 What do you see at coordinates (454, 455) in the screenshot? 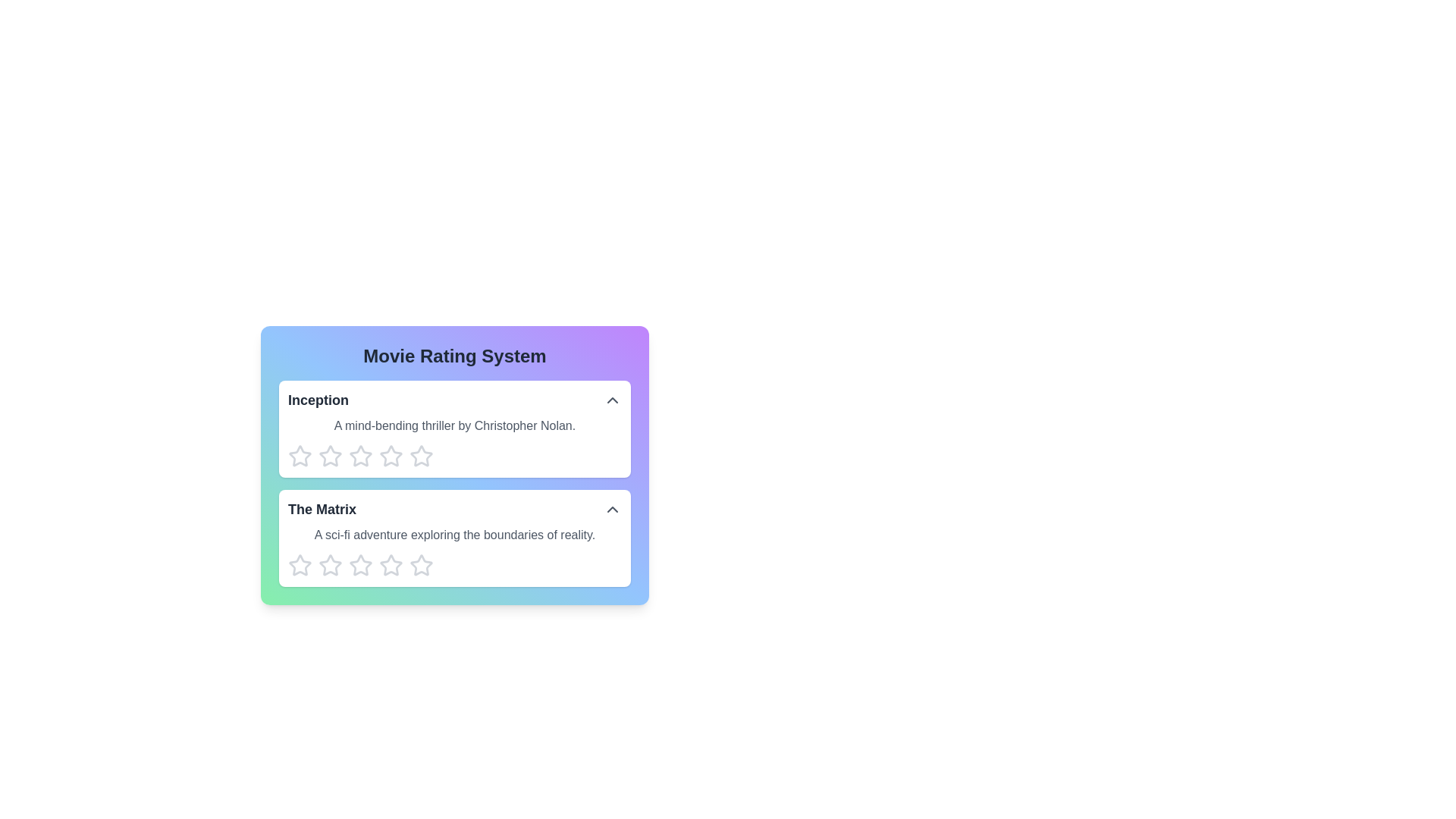
I see `across the star icons in the rating component for the movie 'Inception'` at bounding box center [454, 455].